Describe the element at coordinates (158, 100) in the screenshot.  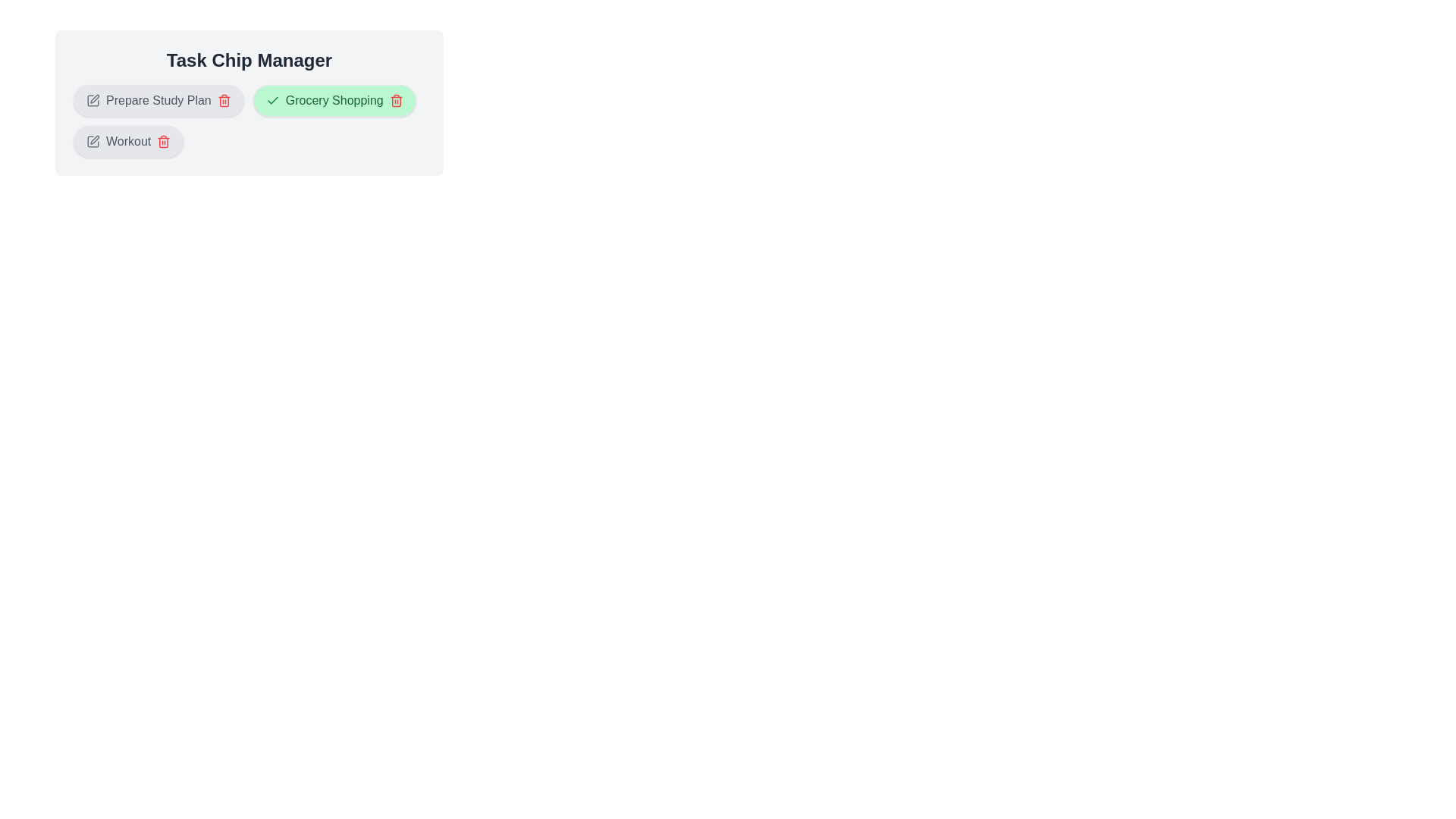
I see `the 'Prepare Study Plan' button, which is a rectangular button with rounded edges, styled in light gray, containing an edit icon and a delete icon, to observe its hover effects` at that location.